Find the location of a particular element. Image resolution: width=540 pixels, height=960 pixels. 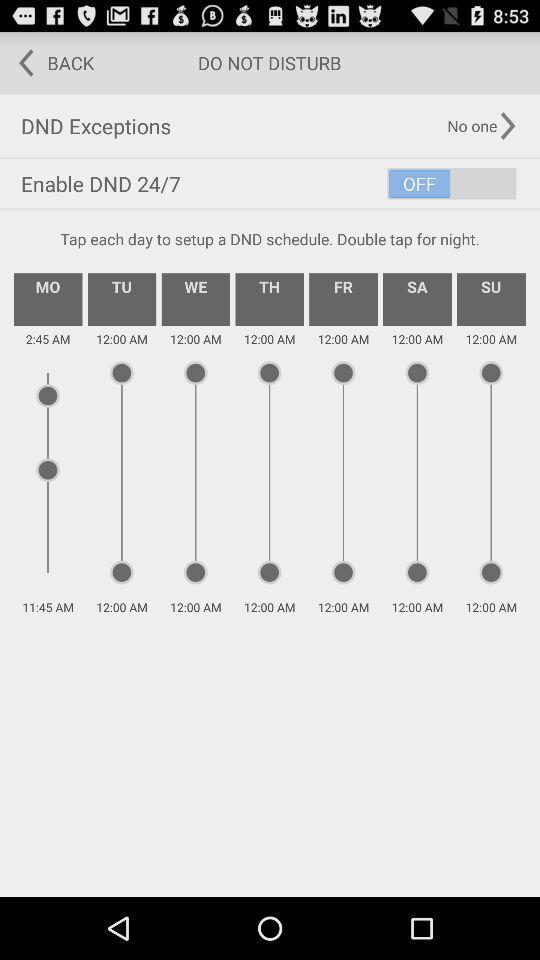

fr icon is located at coordinates (342, 298).